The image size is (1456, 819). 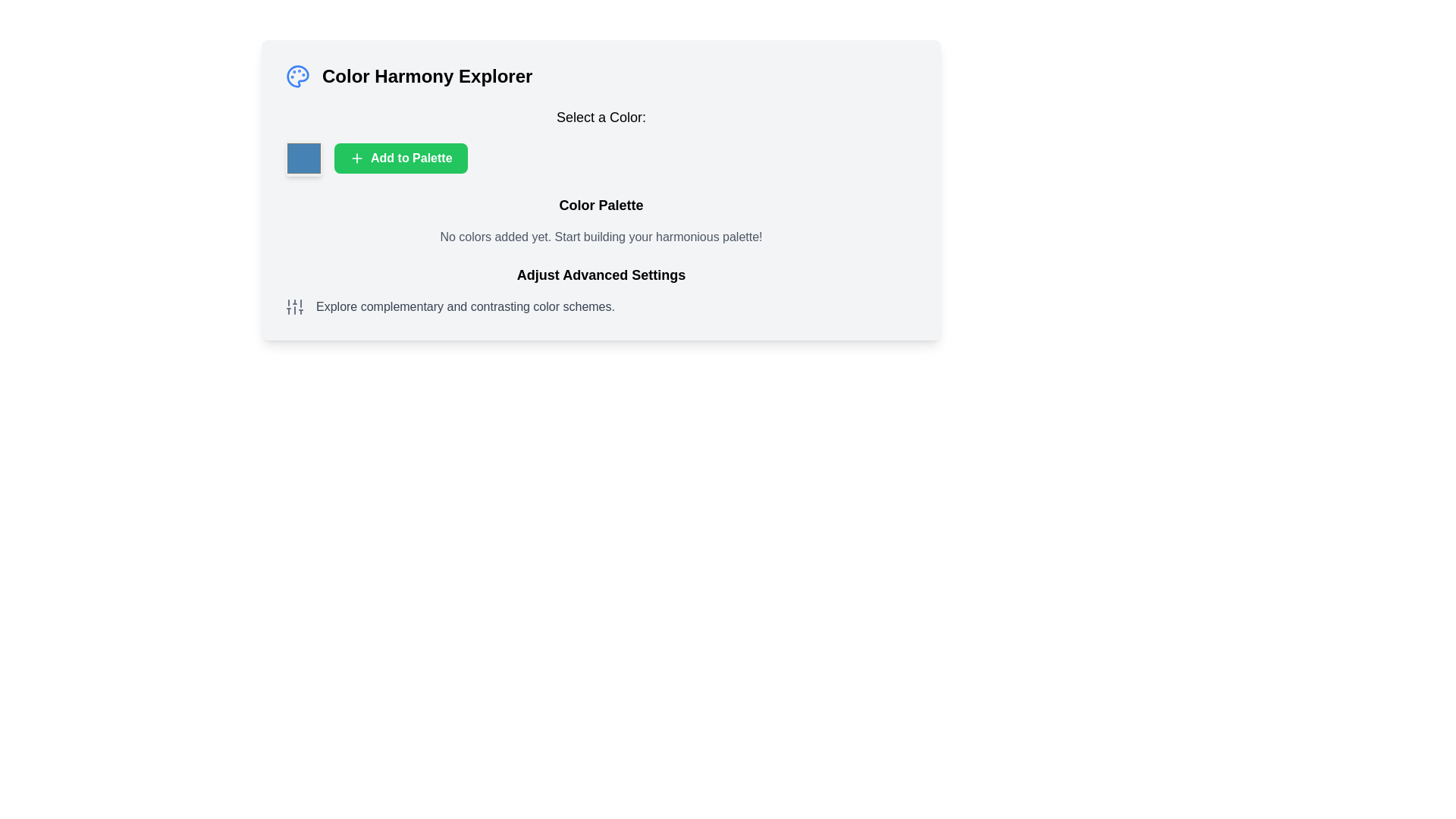 I want to click on the text content with an accompanying decorative icon located under the heading 'Adjust Advanced Settings', which provides guidance on color schemes, so click(x=600, y=307).